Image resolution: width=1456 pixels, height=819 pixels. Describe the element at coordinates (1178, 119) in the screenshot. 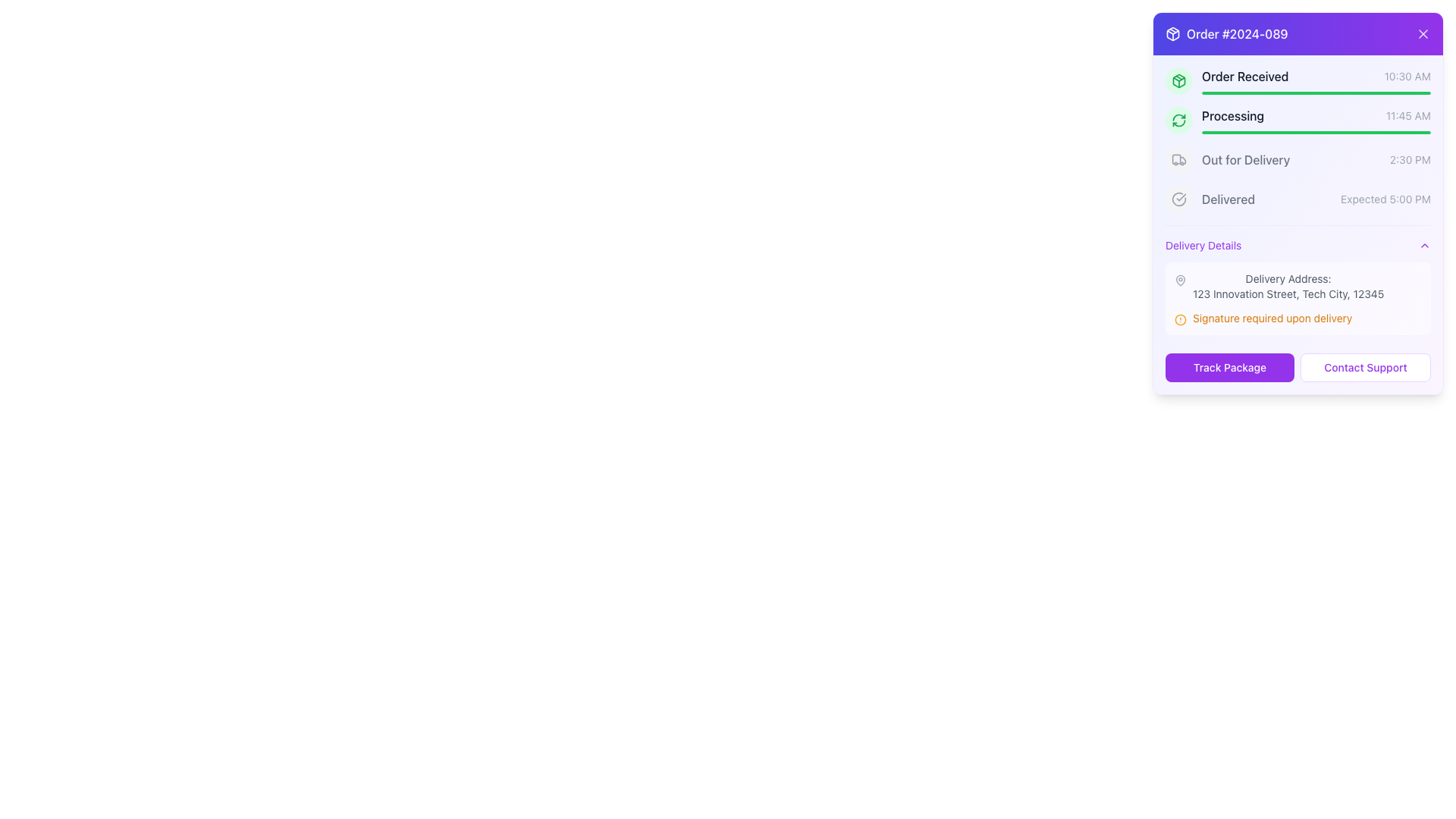

I see `the small green circular icon with a refresh arrow located to the left of the 'Processing' text label` at that location.